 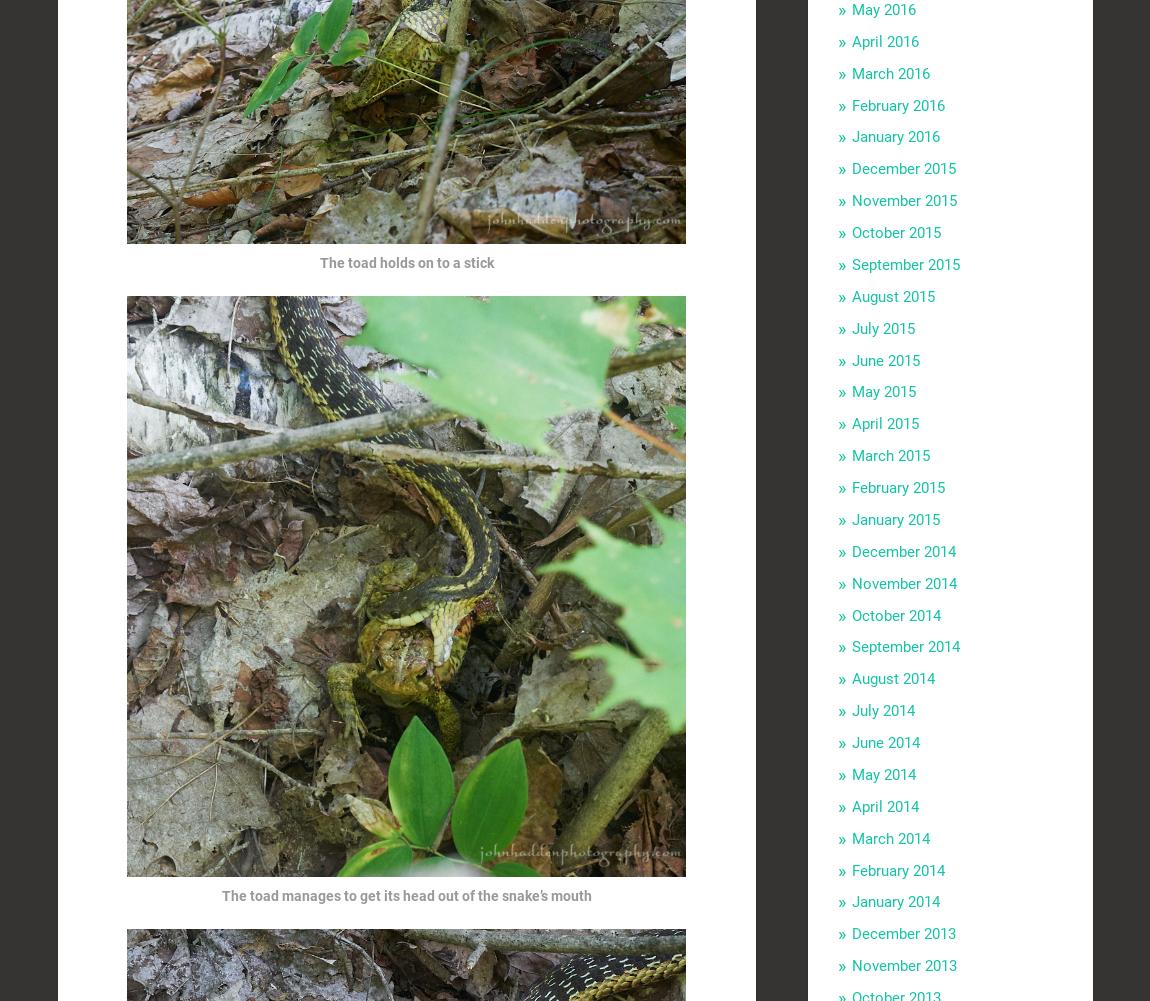 I want to click on 'May 2015', so click(x=882, y=390).